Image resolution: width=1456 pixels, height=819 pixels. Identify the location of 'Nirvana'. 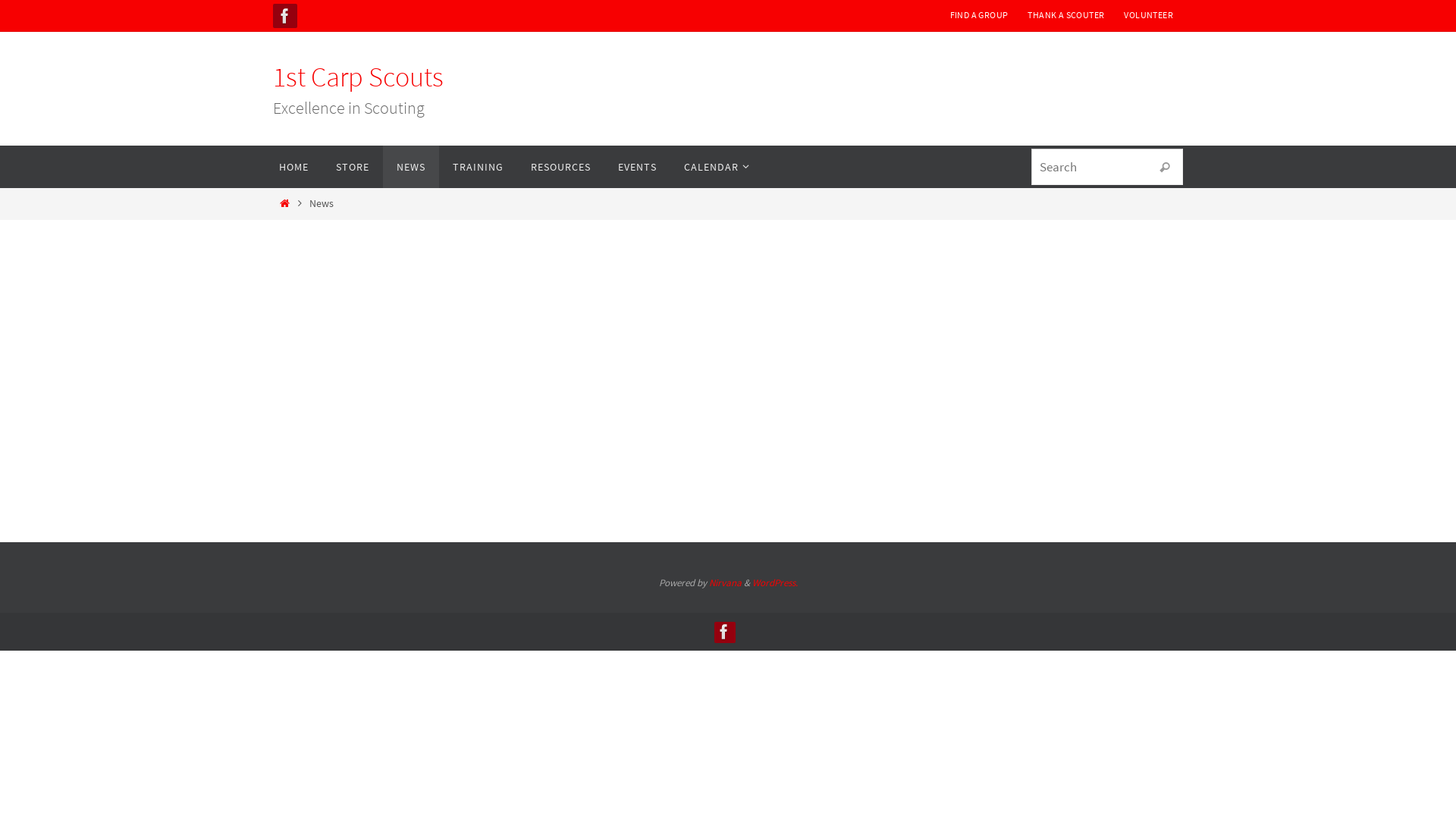
(723, 582).